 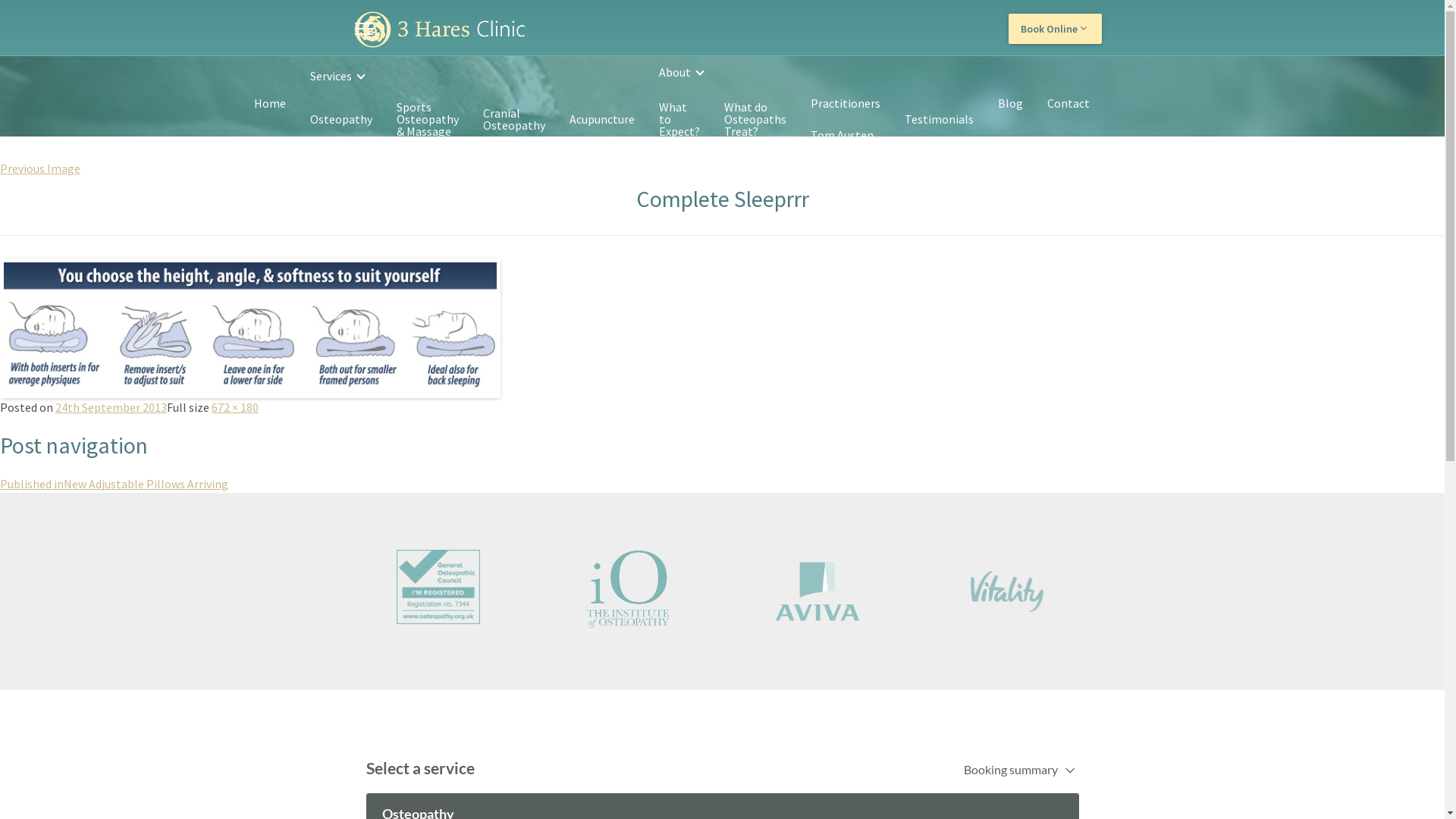 What do you see at coordinates (340, 118) in the screenshot?
I see `'Osteopathy'` at bounding box center [340, 118].